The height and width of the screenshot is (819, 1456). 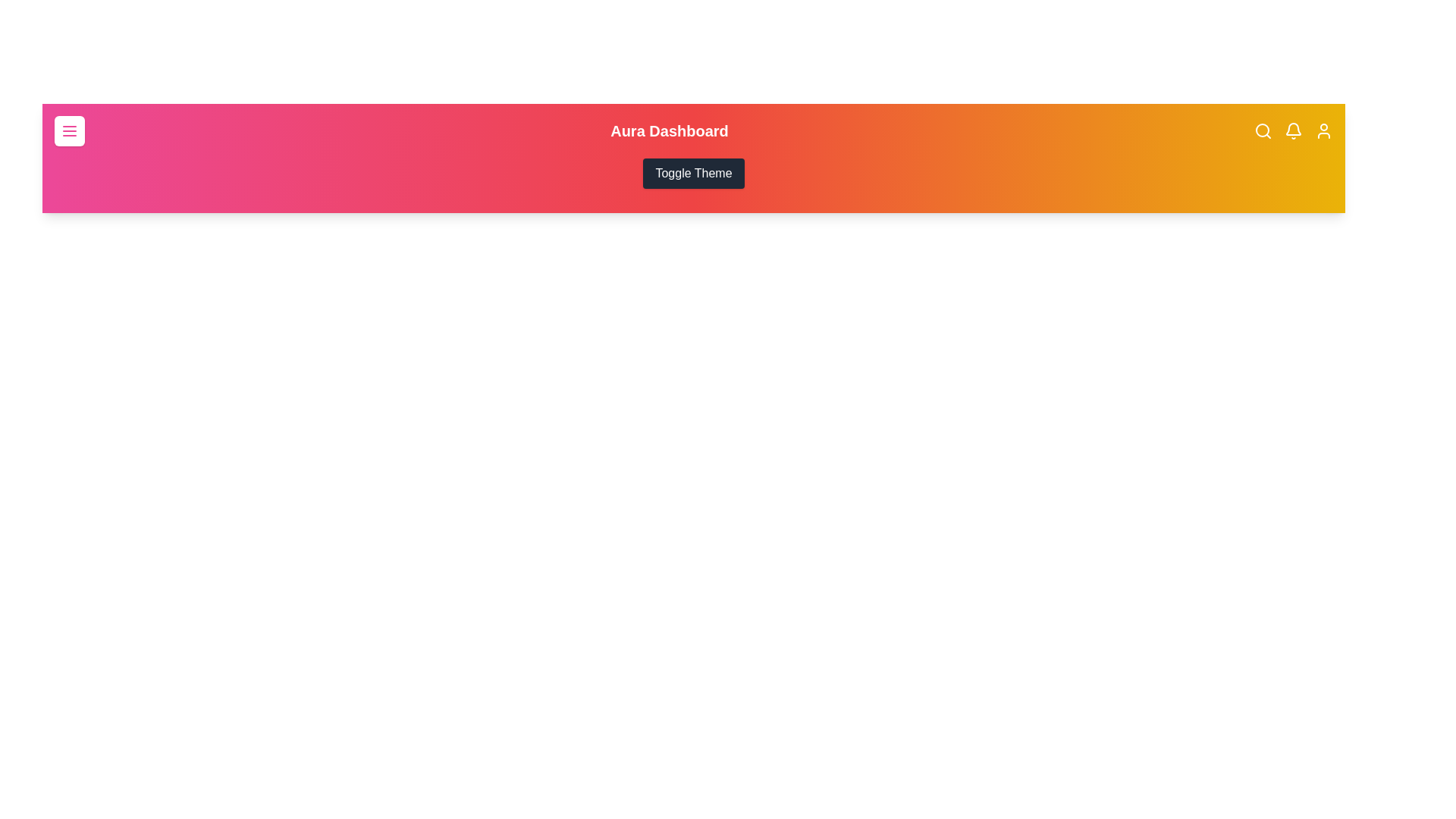 What do you see at coordinates (1292, 130) in the screenshot?
I see `the notification bell icon` at bounding box center [1292, 130].